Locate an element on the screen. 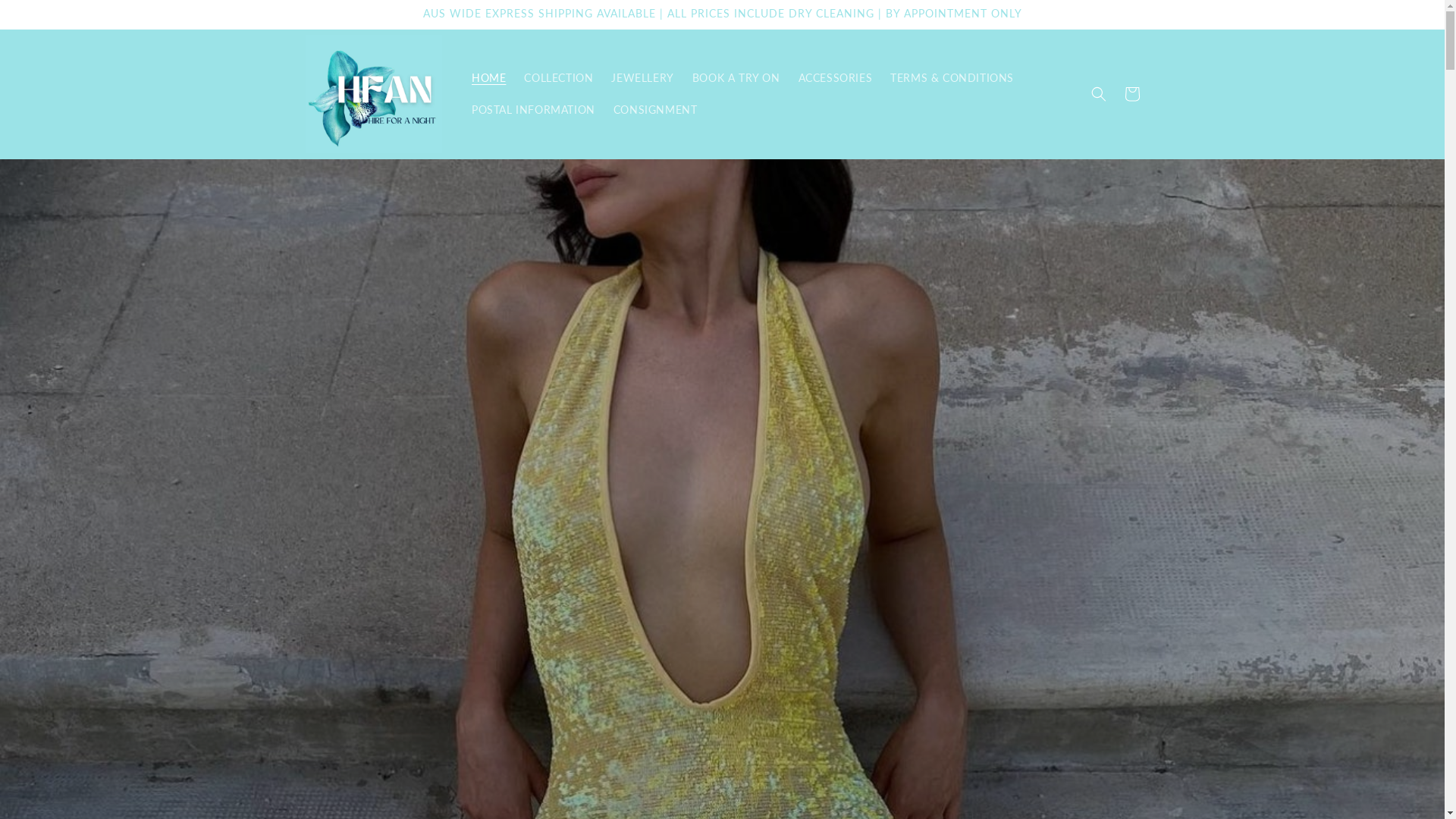  'CONSIGNMENT' is located at coordinates (655, 109).